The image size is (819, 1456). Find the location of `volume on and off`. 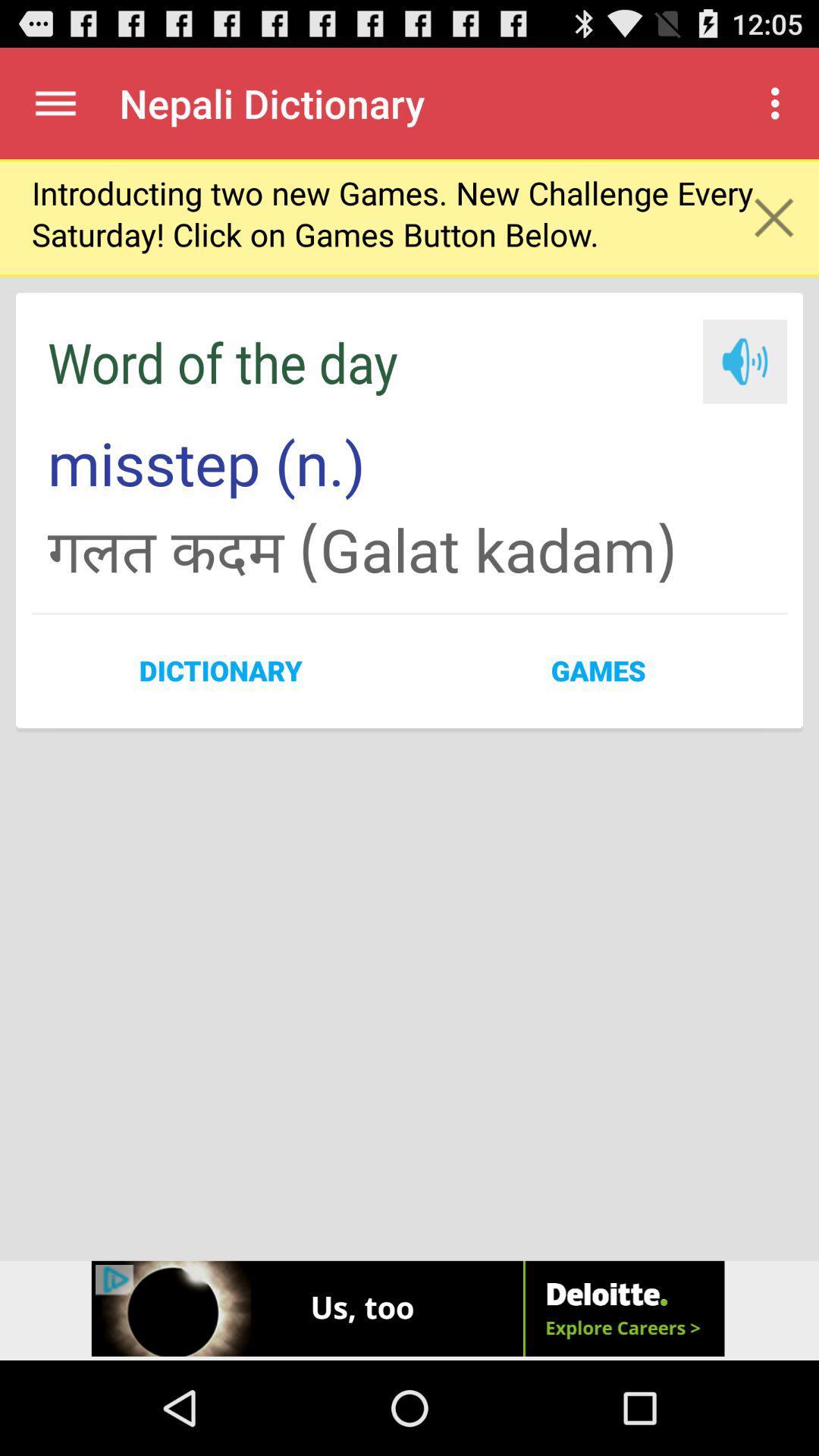

volume on and off is located at coordinates (744, 360).